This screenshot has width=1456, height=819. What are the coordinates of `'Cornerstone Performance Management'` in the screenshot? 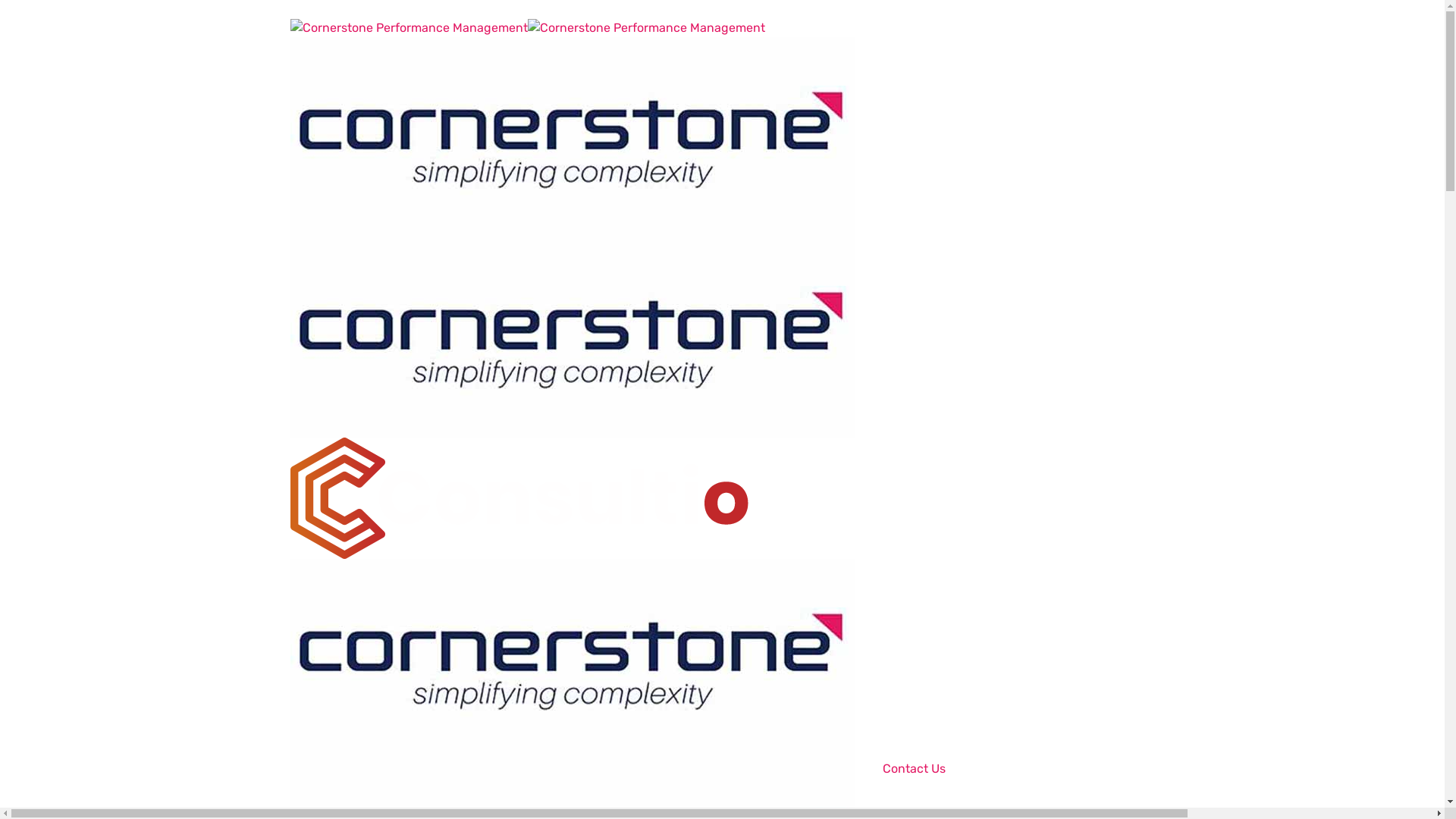 It's located at (571, 135).